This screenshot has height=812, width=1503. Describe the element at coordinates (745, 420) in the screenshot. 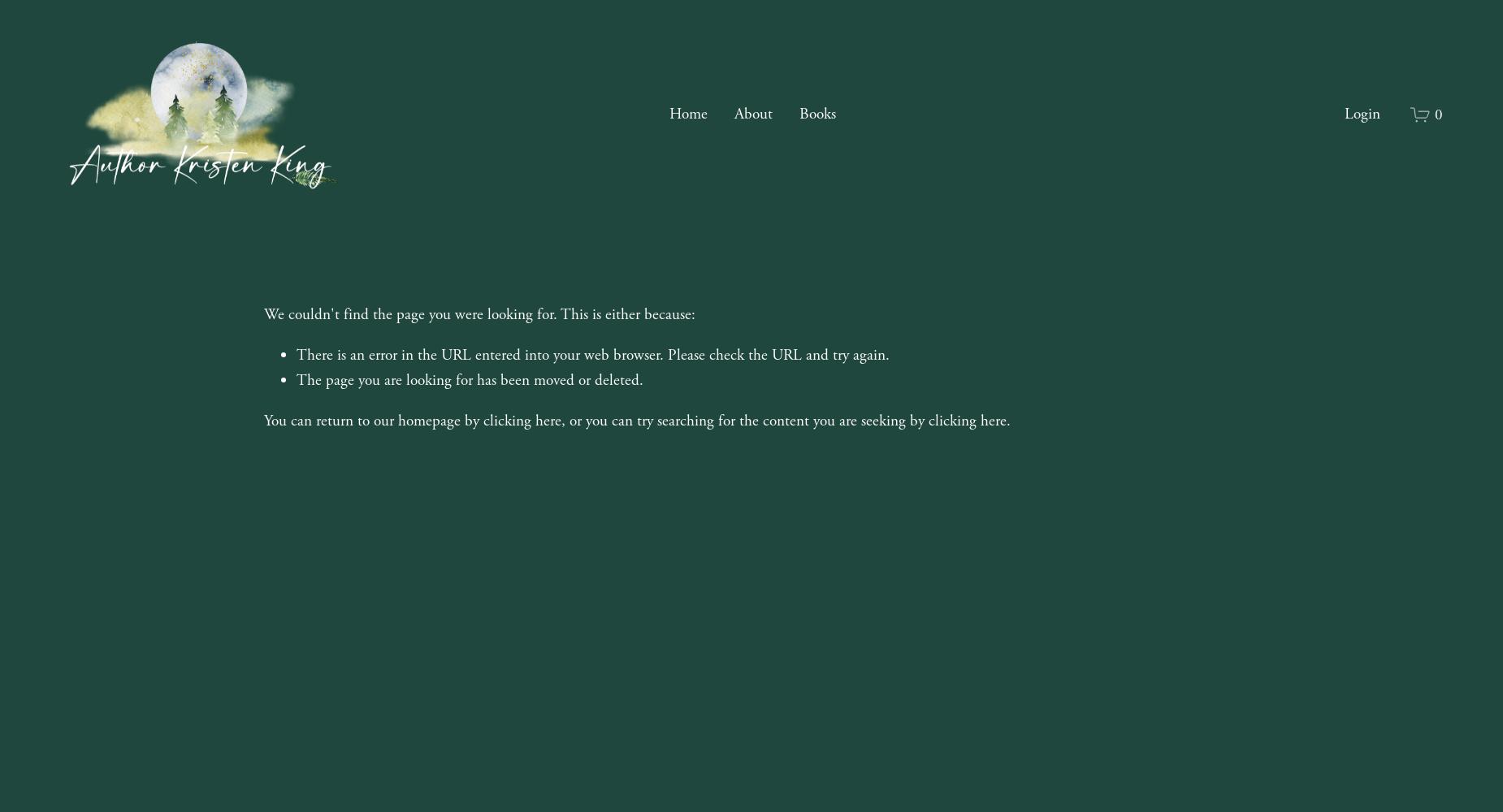

I see `', or you can try searching for the
  content you are seeking by'` at that location.